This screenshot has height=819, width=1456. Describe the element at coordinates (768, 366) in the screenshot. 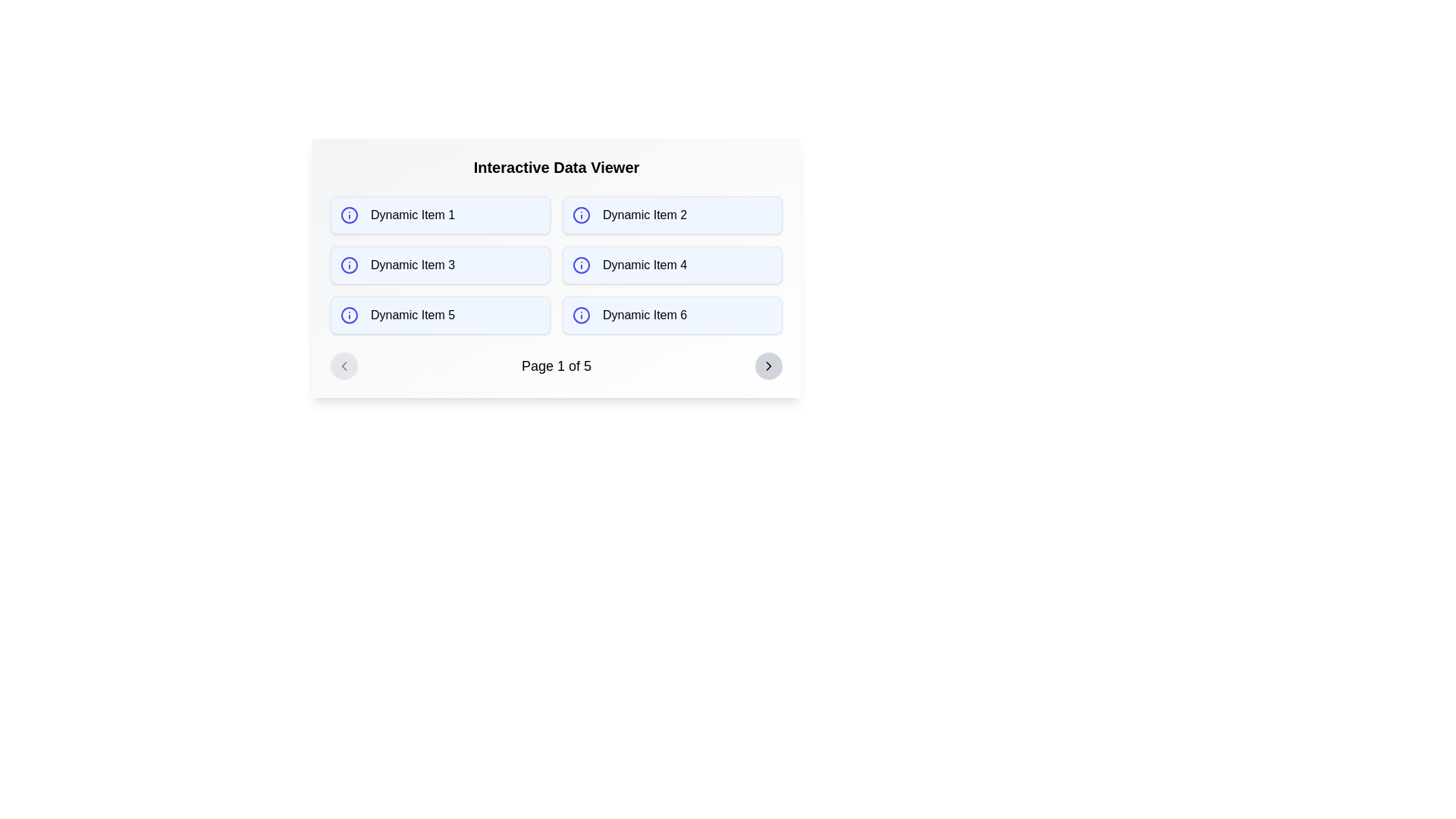

I see `the rightmost circular button with a light gray background and a right-facing chevron icon` at that location.